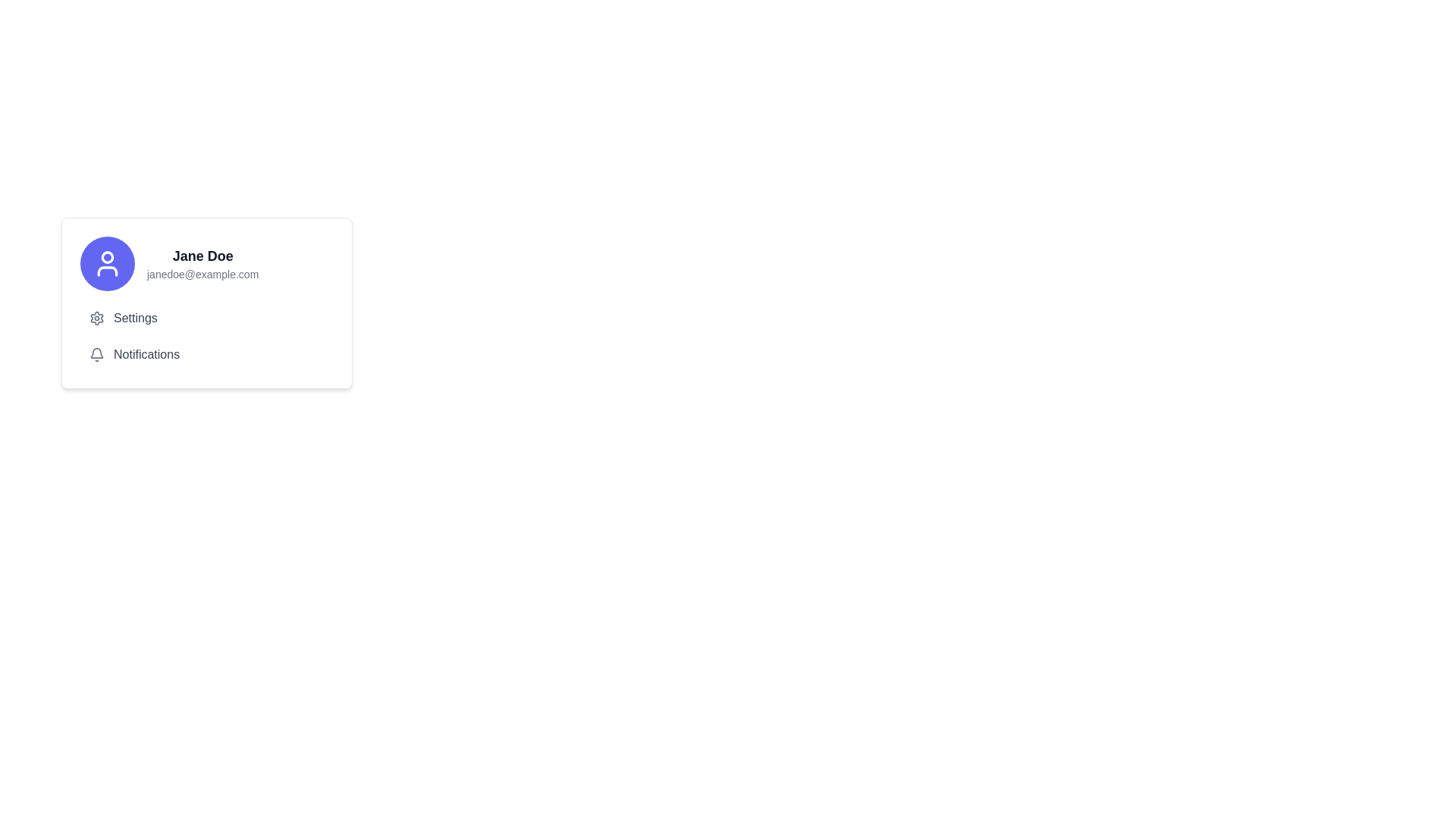 The width and height of the screenshot is (1456, 819). I want to click on the 'Settings' icon, which is positioned to the left of the 'Settings' label, serving as its visual representation, so click(96, 318).